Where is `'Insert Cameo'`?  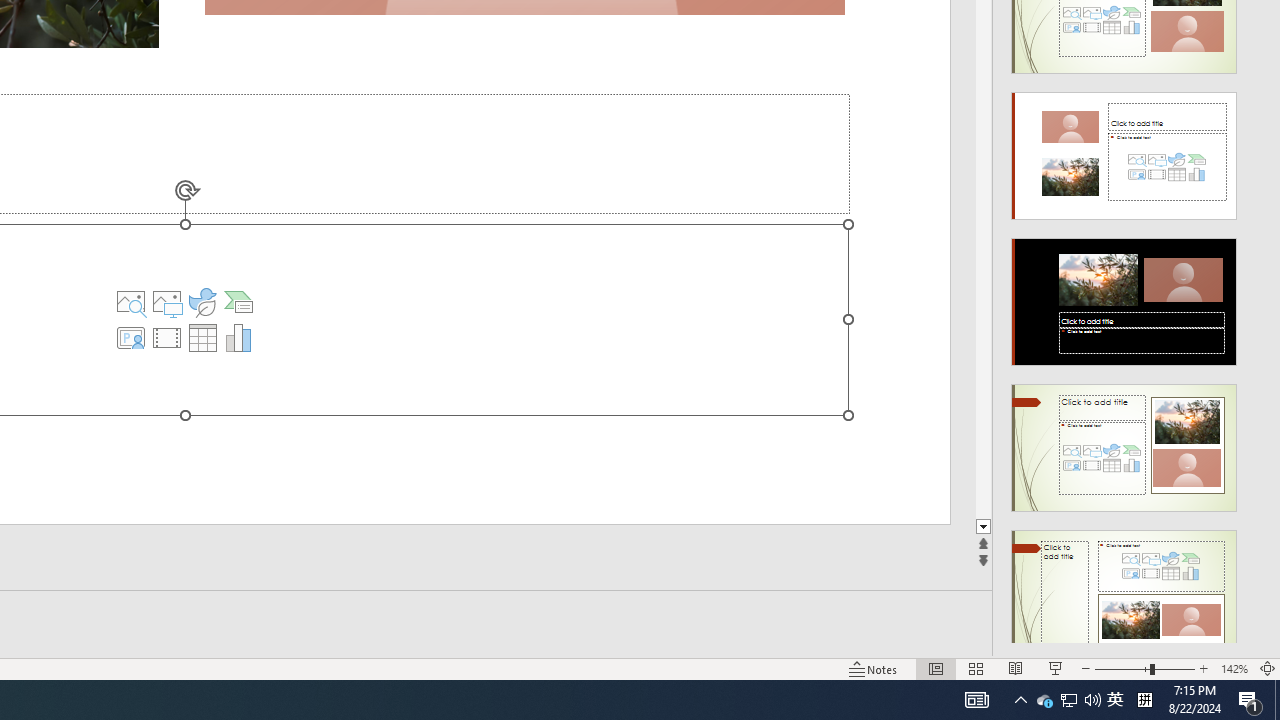 'Insert Cameo' is located at coordinates (130, 337).